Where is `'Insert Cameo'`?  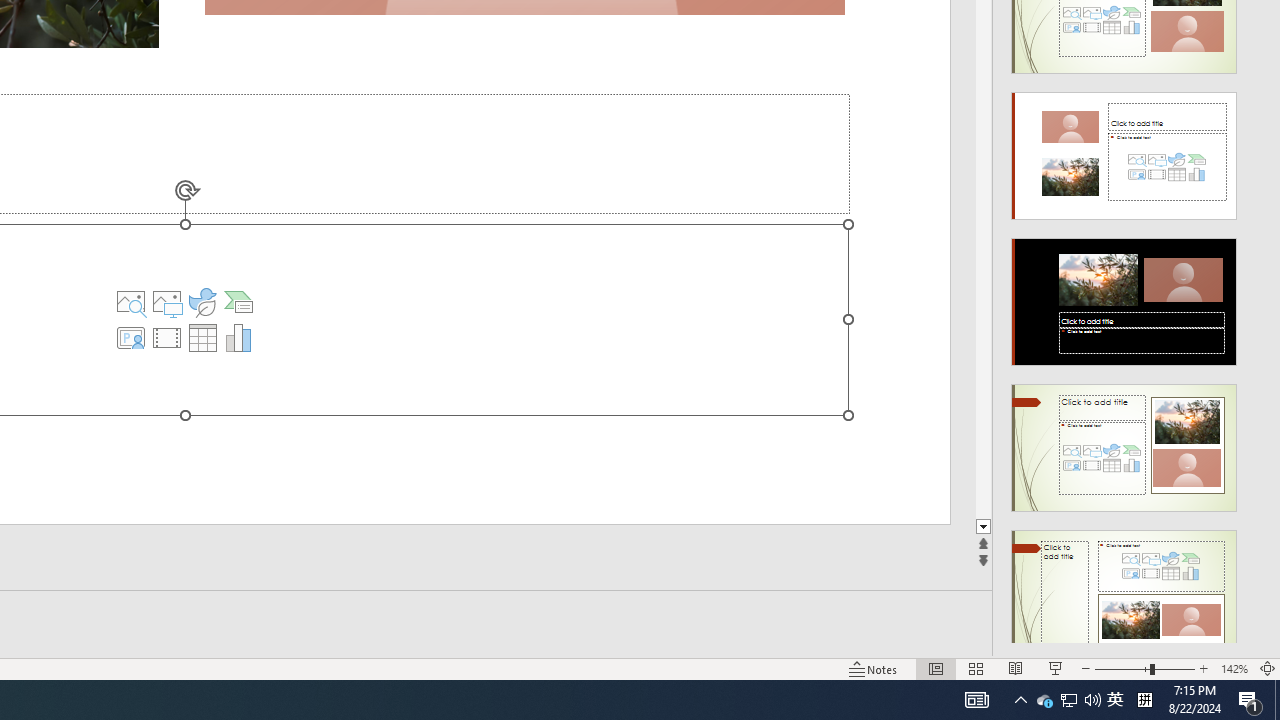 'Insert Cameo' is located at coordinates (130, 337).